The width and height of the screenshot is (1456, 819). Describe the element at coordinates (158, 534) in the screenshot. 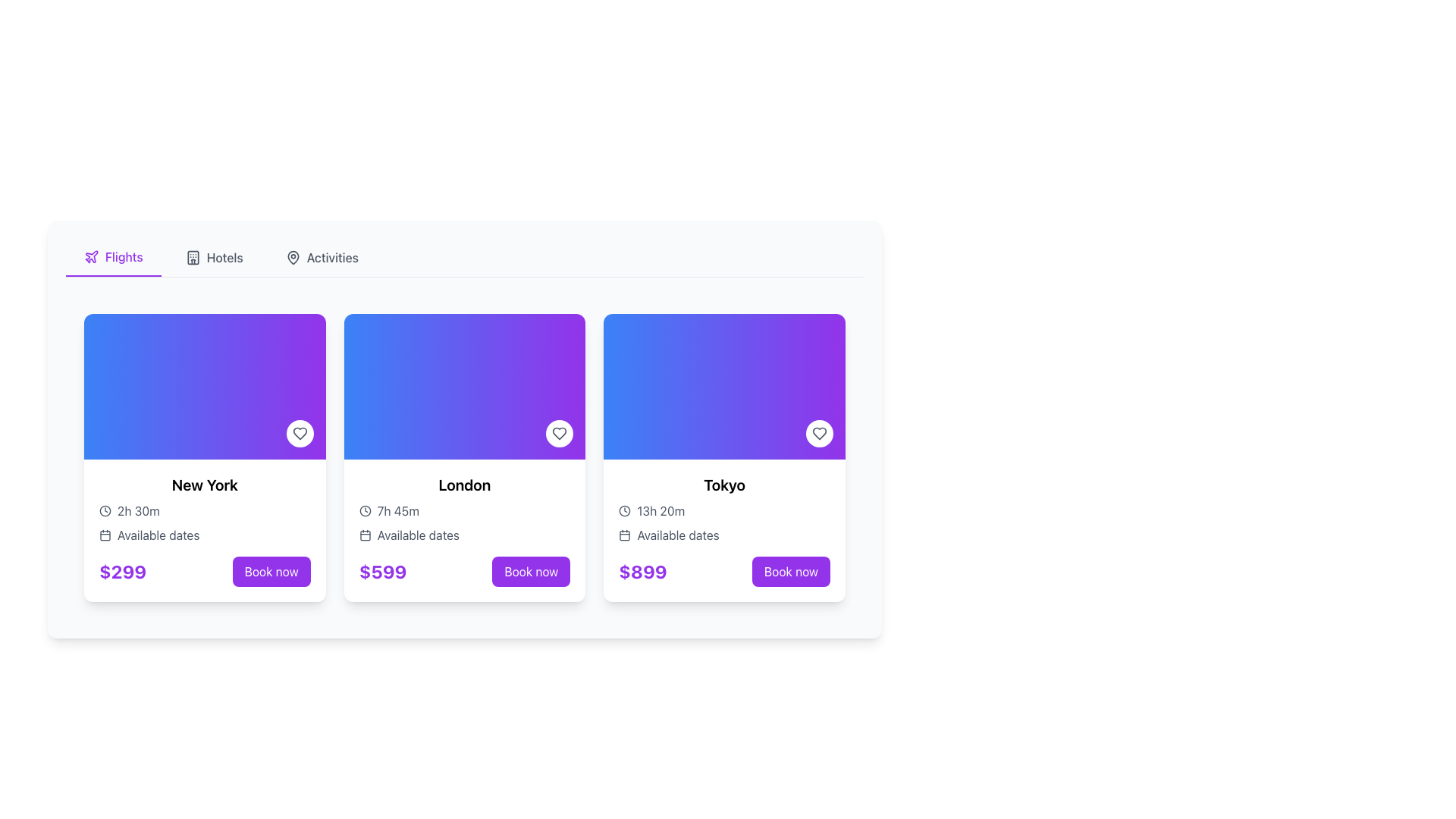

I see `the descriptive text label indicating availability or schedule for the travel item 'New York', positioned below the calendar icon` at that location.